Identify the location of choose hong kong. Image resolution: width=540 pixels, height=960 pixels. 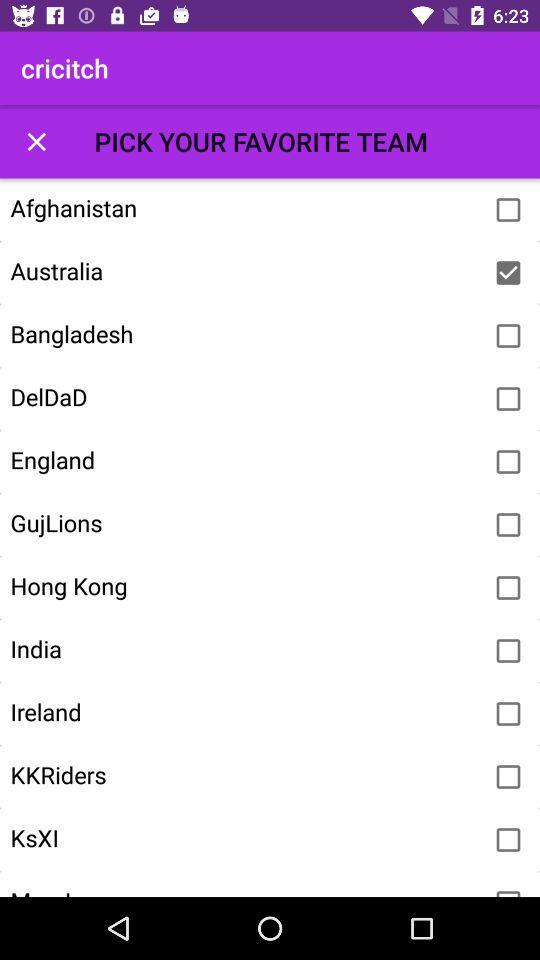
(508, 588).